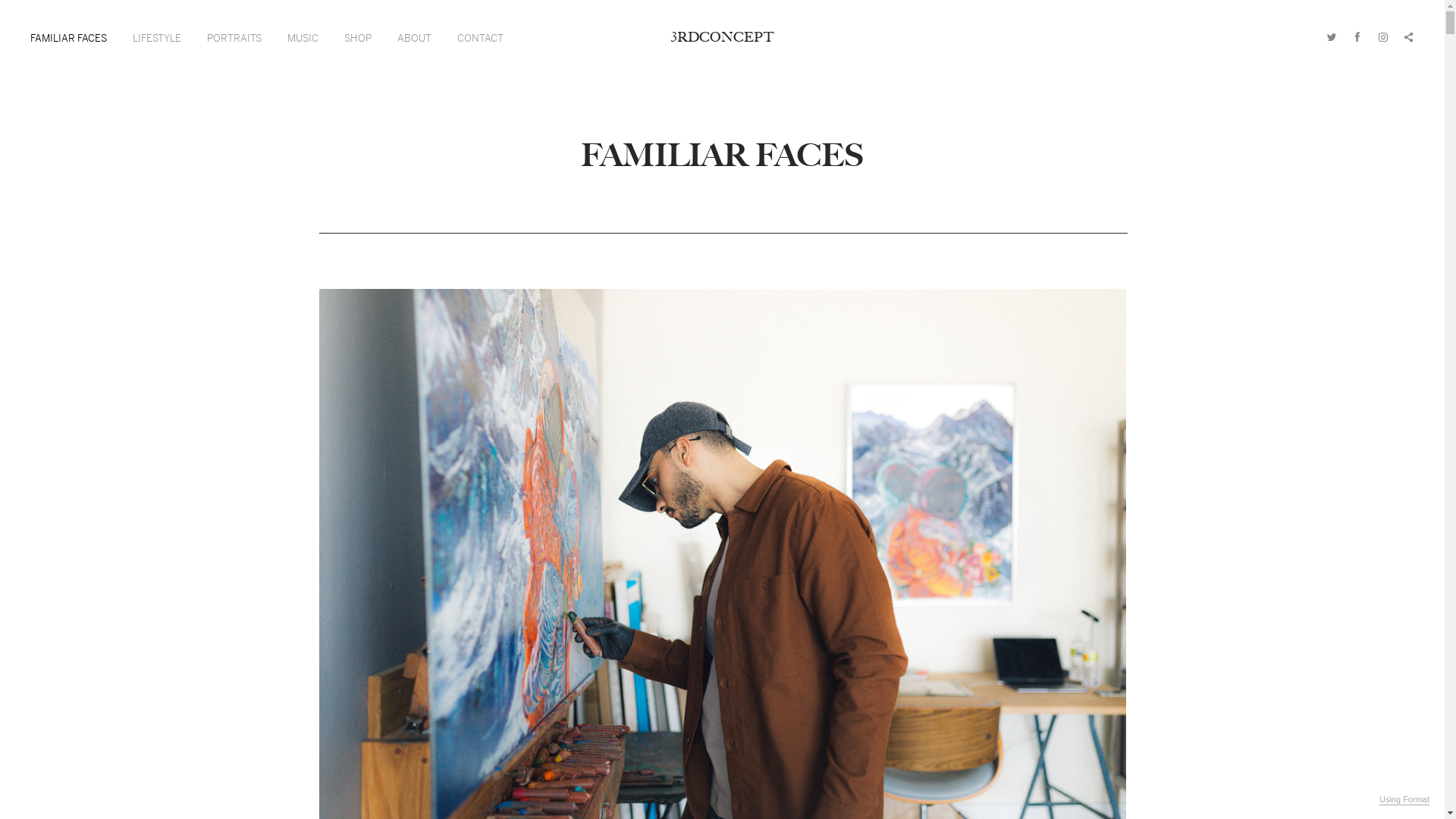  Describe the element at coordinates (1331, 36) in the screenshot. I see `'Twitter'` at that location.